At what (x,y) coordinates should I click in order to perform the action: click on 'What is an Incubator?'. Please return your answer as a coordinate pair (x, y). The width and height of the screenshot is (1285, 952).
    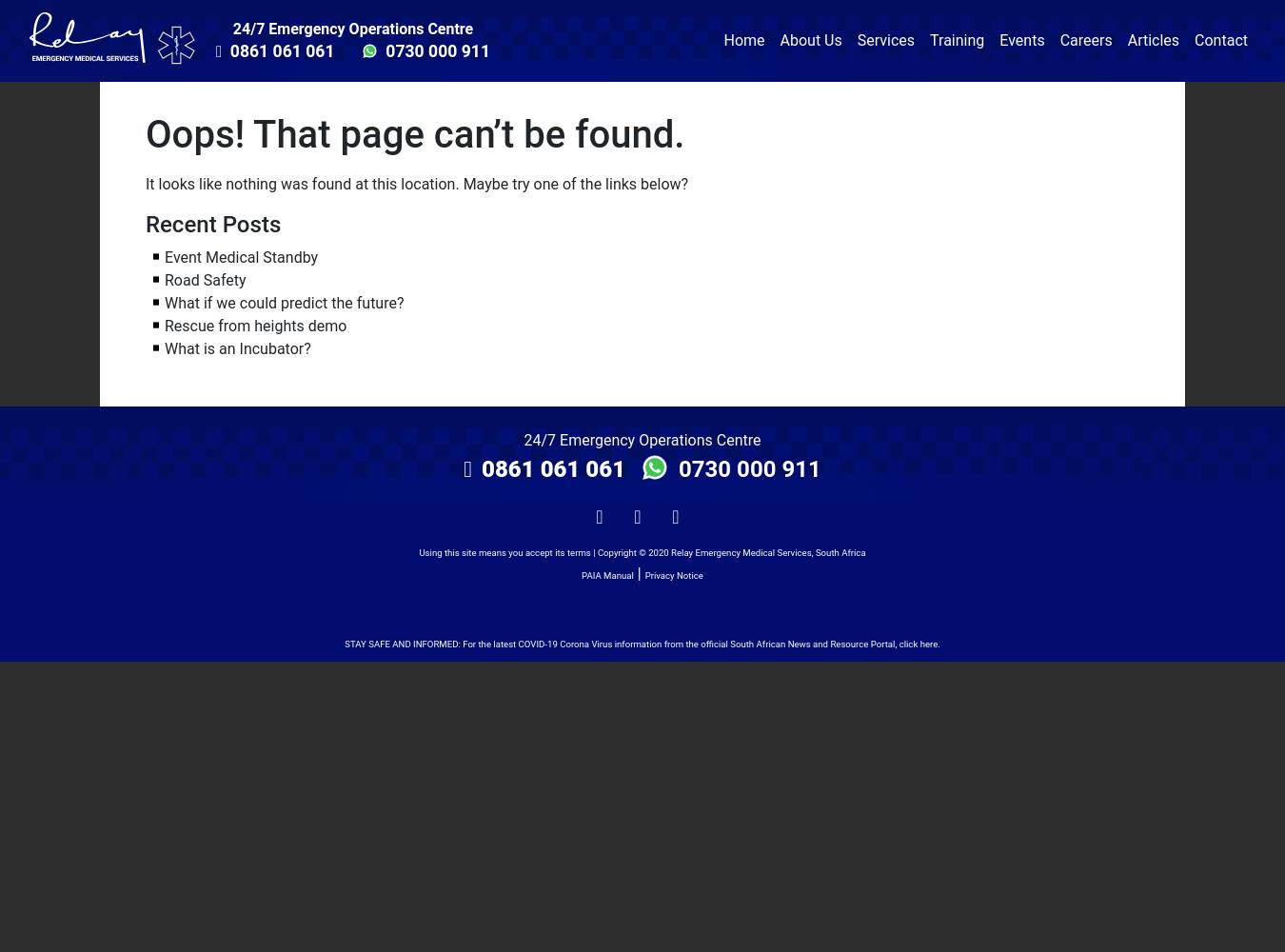
    Looking at the image, I should click on (236, 347).